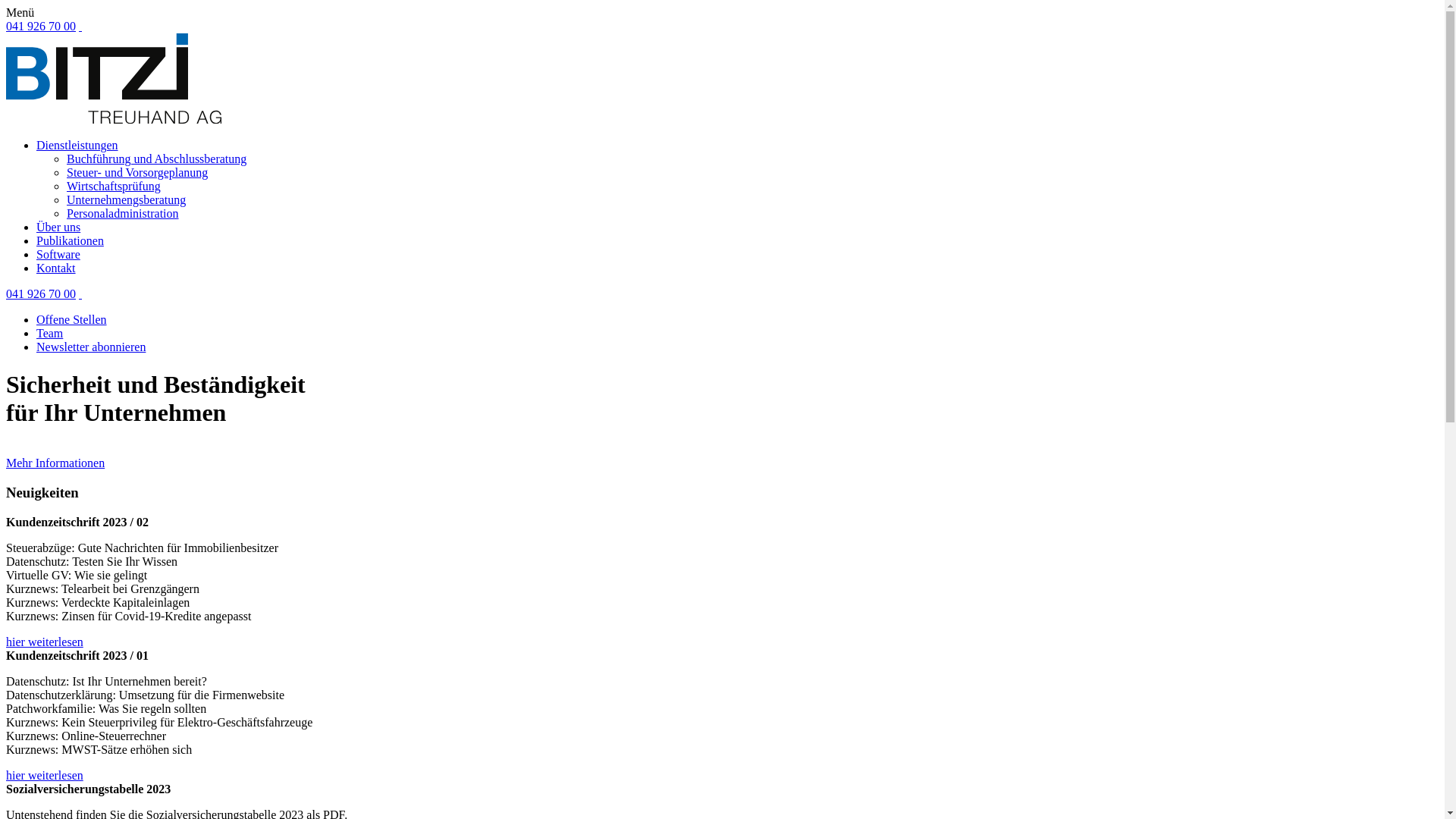  What do you see at coordinates (36, 240) in the screenshot?
I see `'Publikationen'` at bounding box center [36, 240].